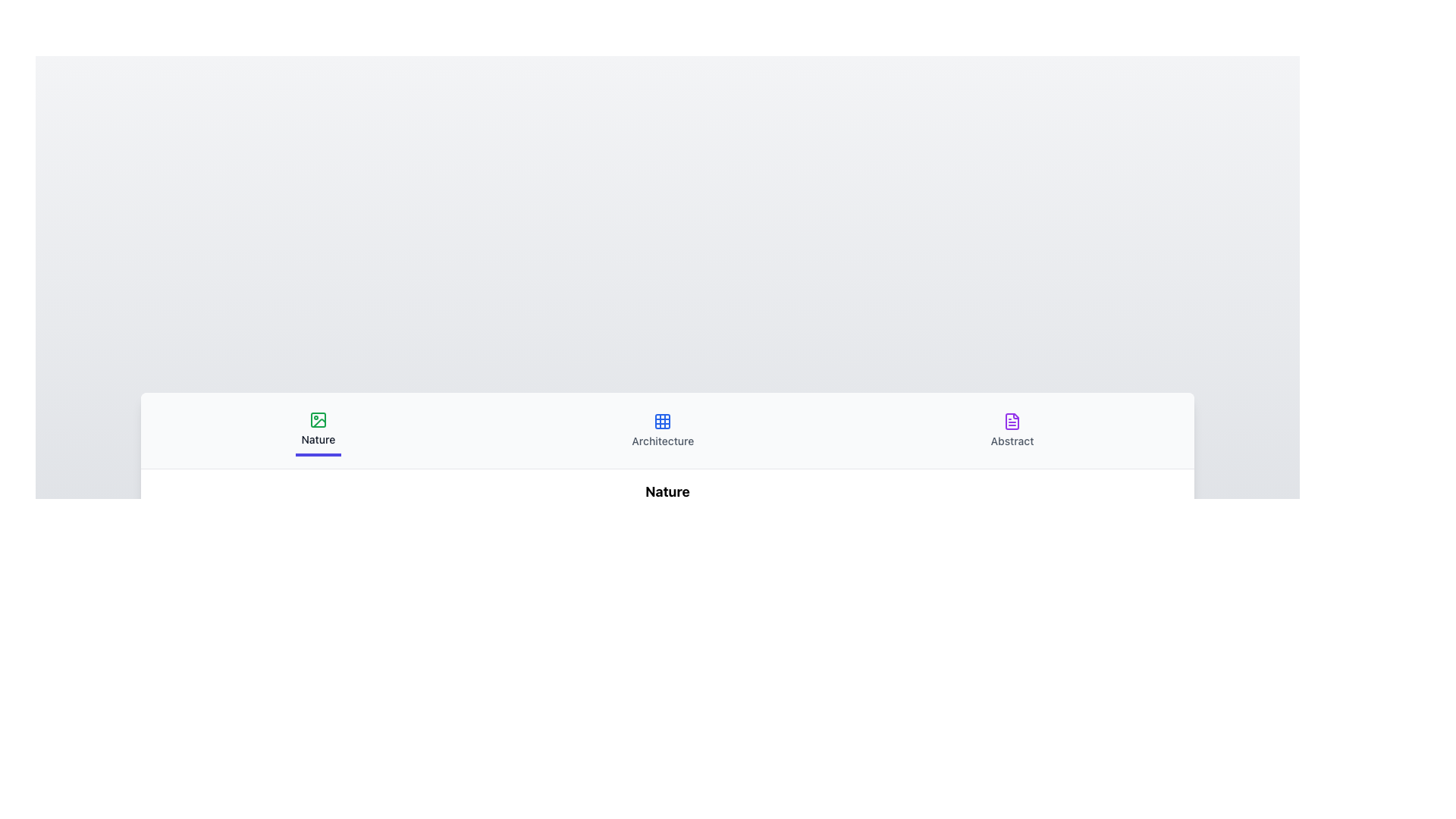 This screenshot has height=819, width=1456. Describe the element at coordinates (663, 421) in the screenshot. I see `the blue grid icon representing the navigation option` at that location.